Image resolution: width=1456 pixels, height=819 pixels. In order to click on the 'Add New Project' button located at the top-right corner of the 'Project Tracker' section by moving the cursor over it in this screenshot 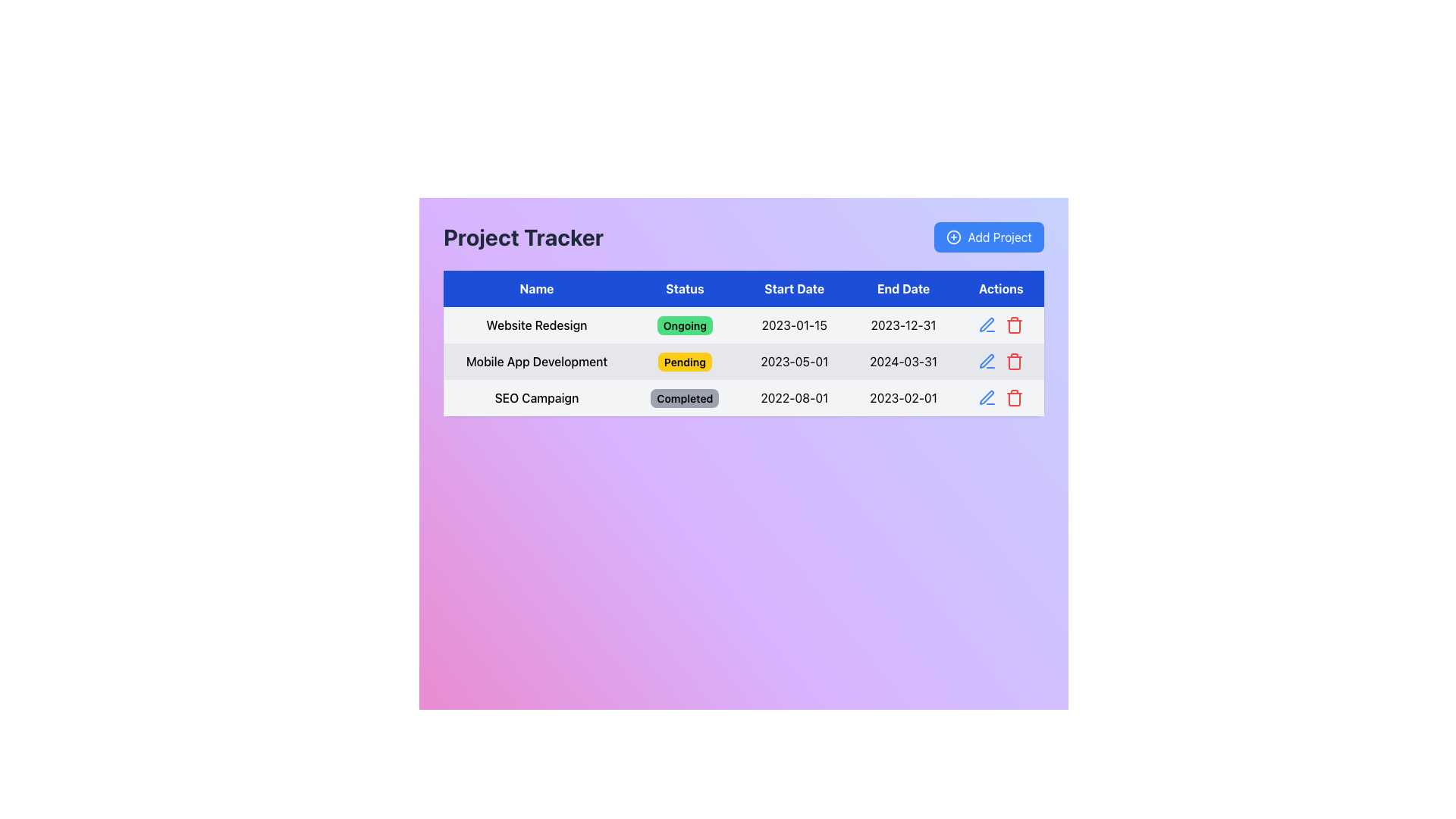, I will do `click(989, 237)`.